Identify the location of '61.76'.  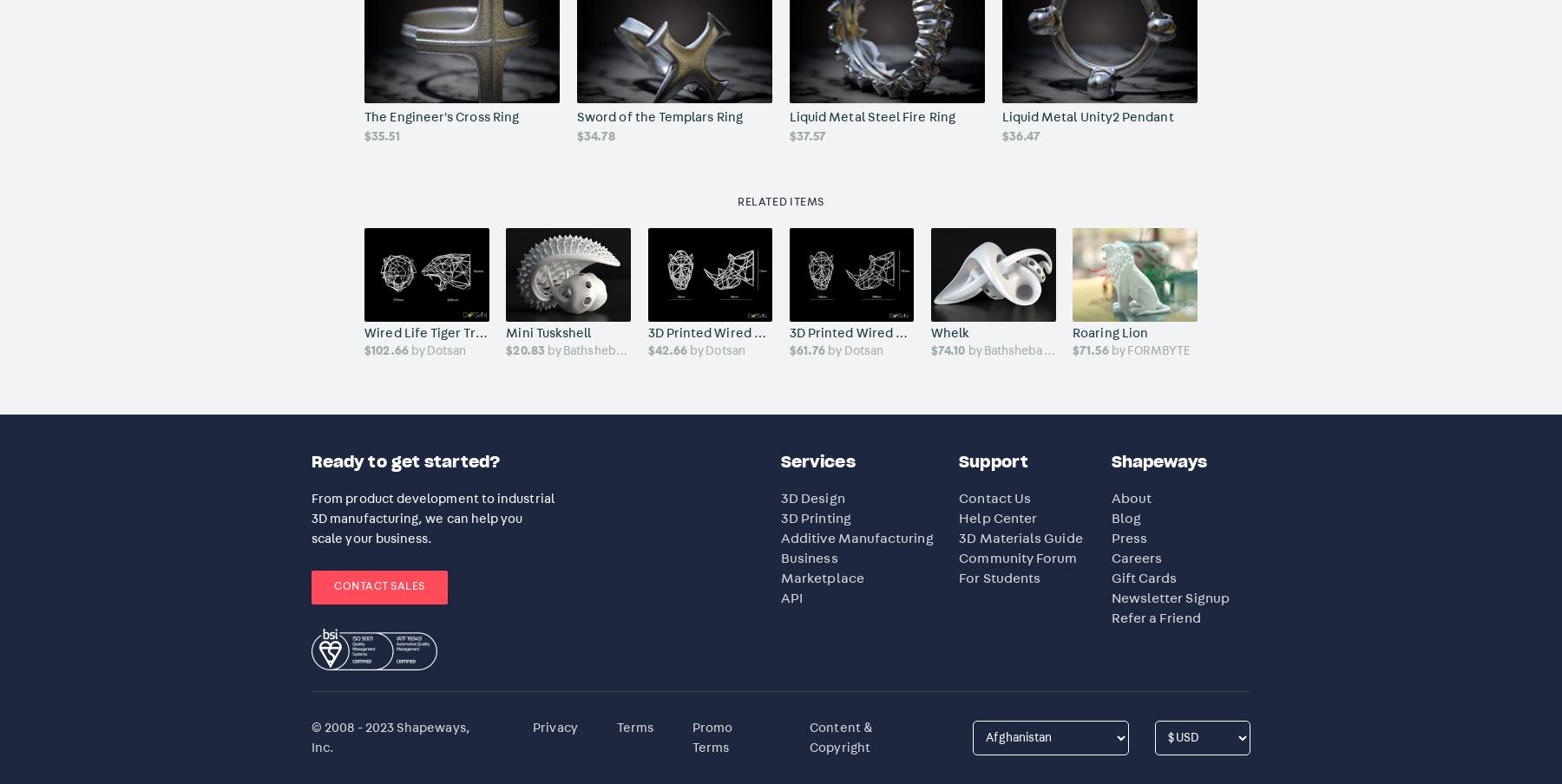
(810, 350).